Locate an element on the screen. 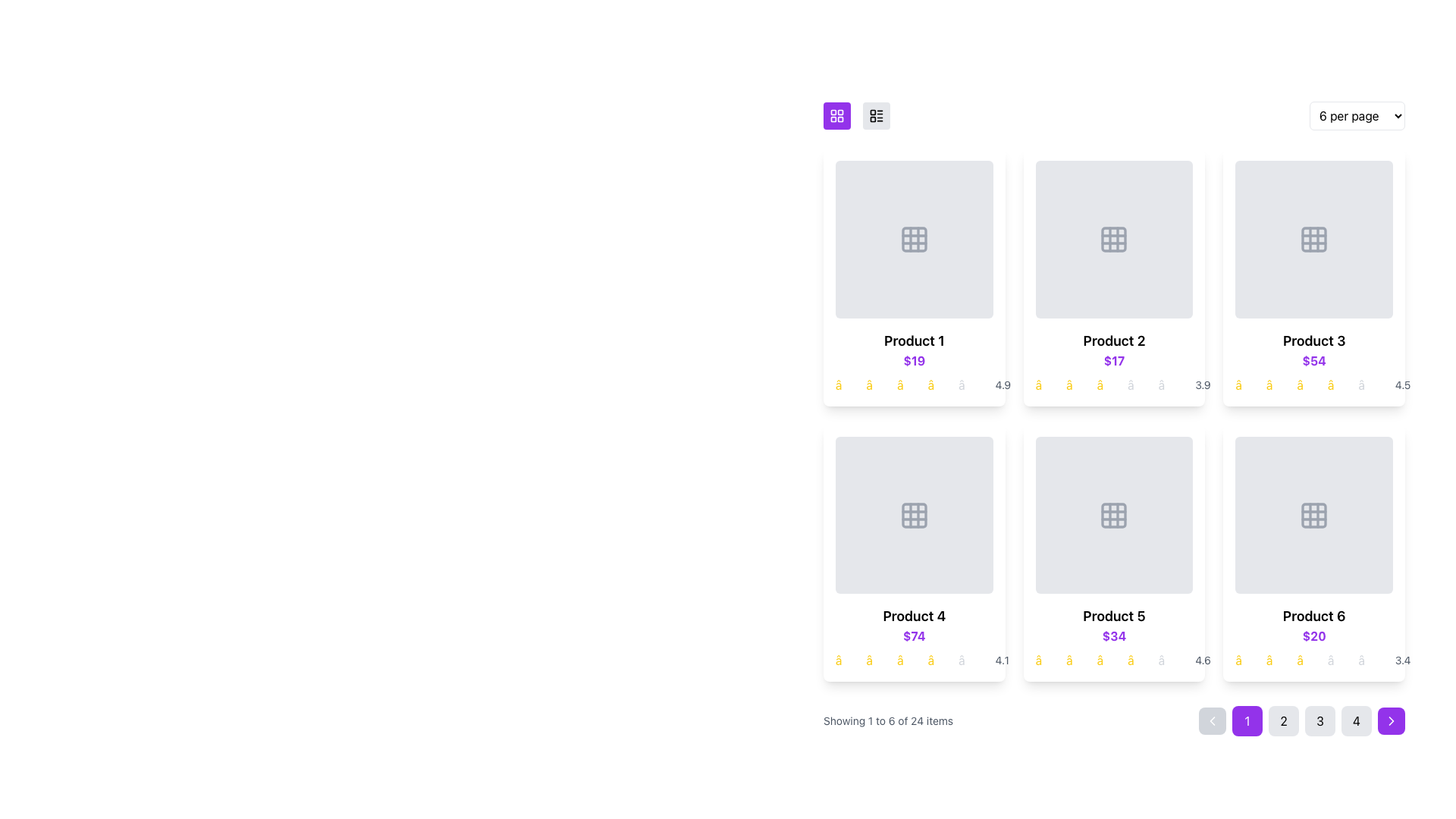  the pagination navigation button/icon located at the bottom-right of the UI is located at coordinates (1391, 720).